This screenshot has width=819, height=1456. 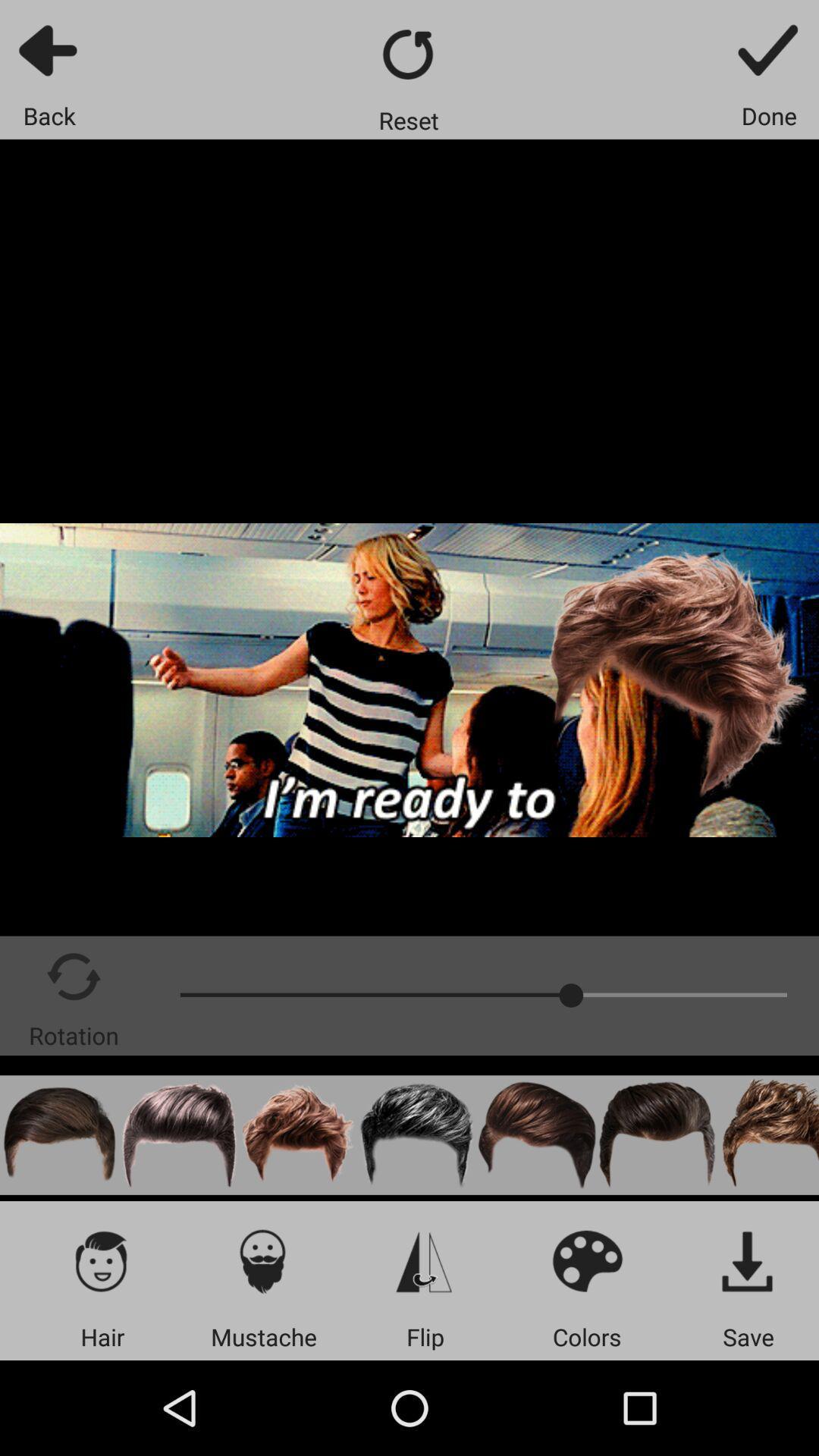 What do you see at coordinates (49, 49) in the screenshot?
I see `the arrow_backward icon` at bounding box center [49, 49].